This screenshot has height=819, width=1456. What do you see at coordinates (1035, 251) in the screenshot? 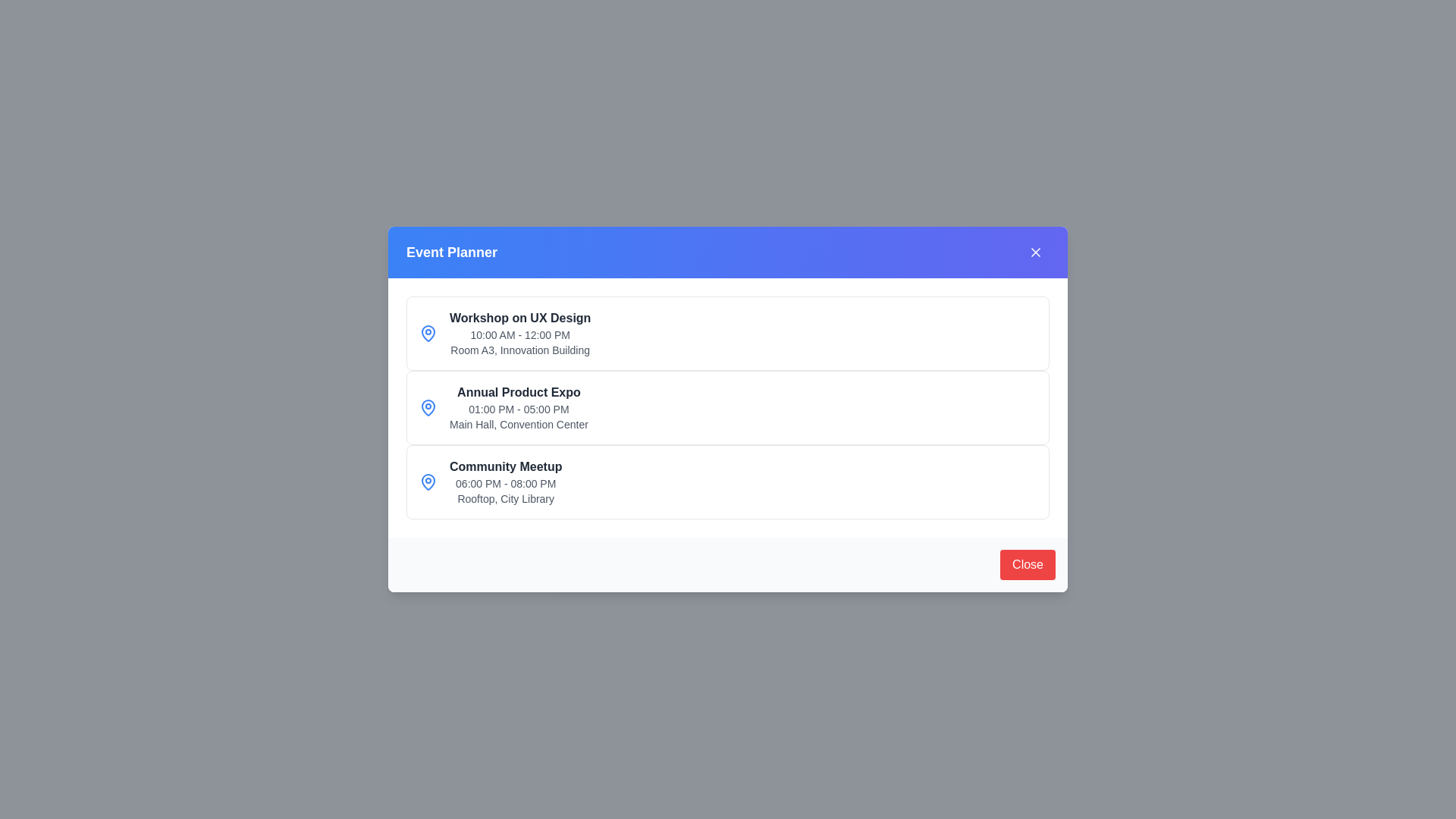
I see `the close button in the header to dismiss the dialog` at bounding box center [1035, 251].